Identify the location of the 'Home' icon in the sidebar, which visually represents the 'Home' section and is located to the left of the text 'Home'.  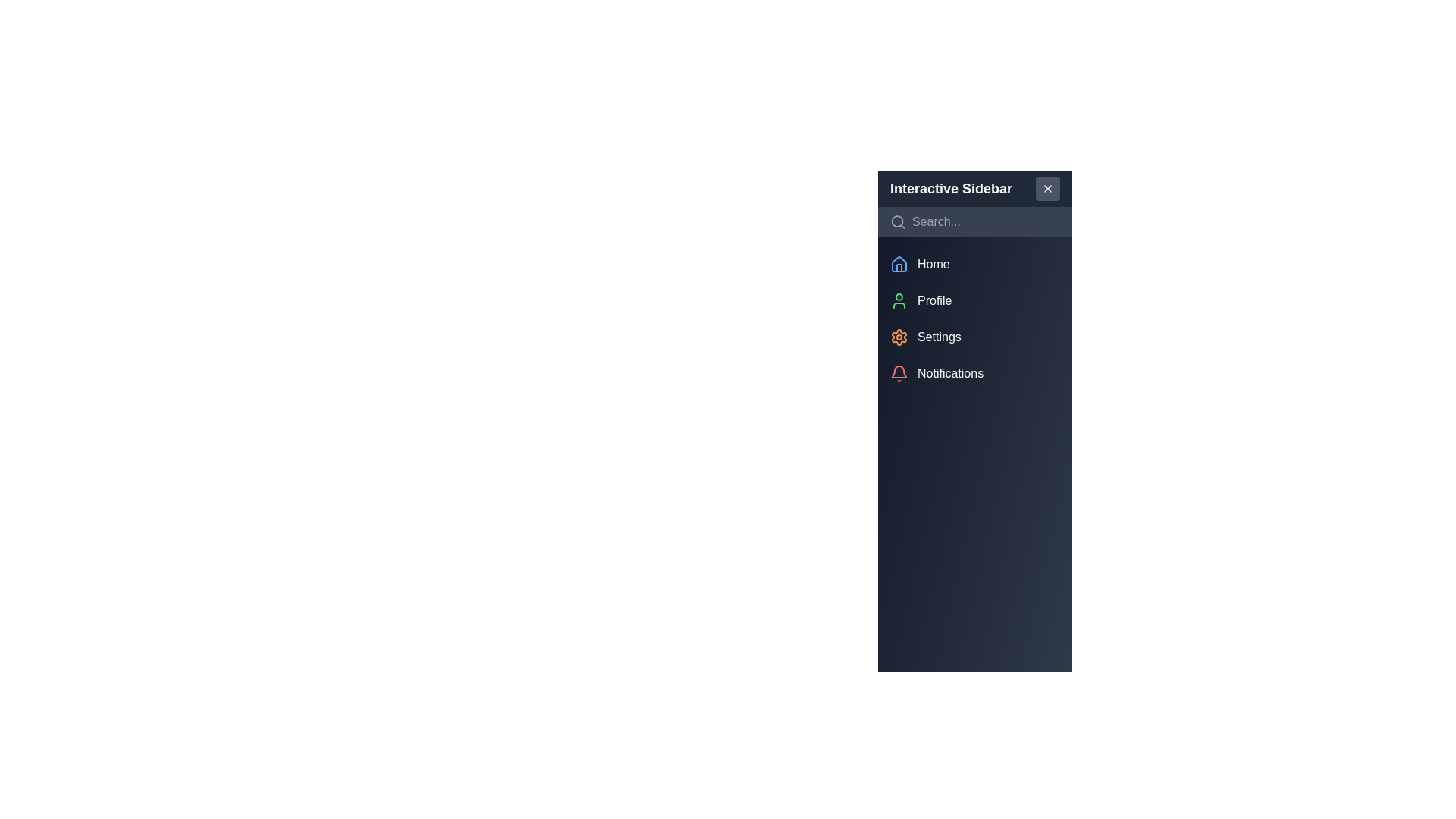
(899, 263).